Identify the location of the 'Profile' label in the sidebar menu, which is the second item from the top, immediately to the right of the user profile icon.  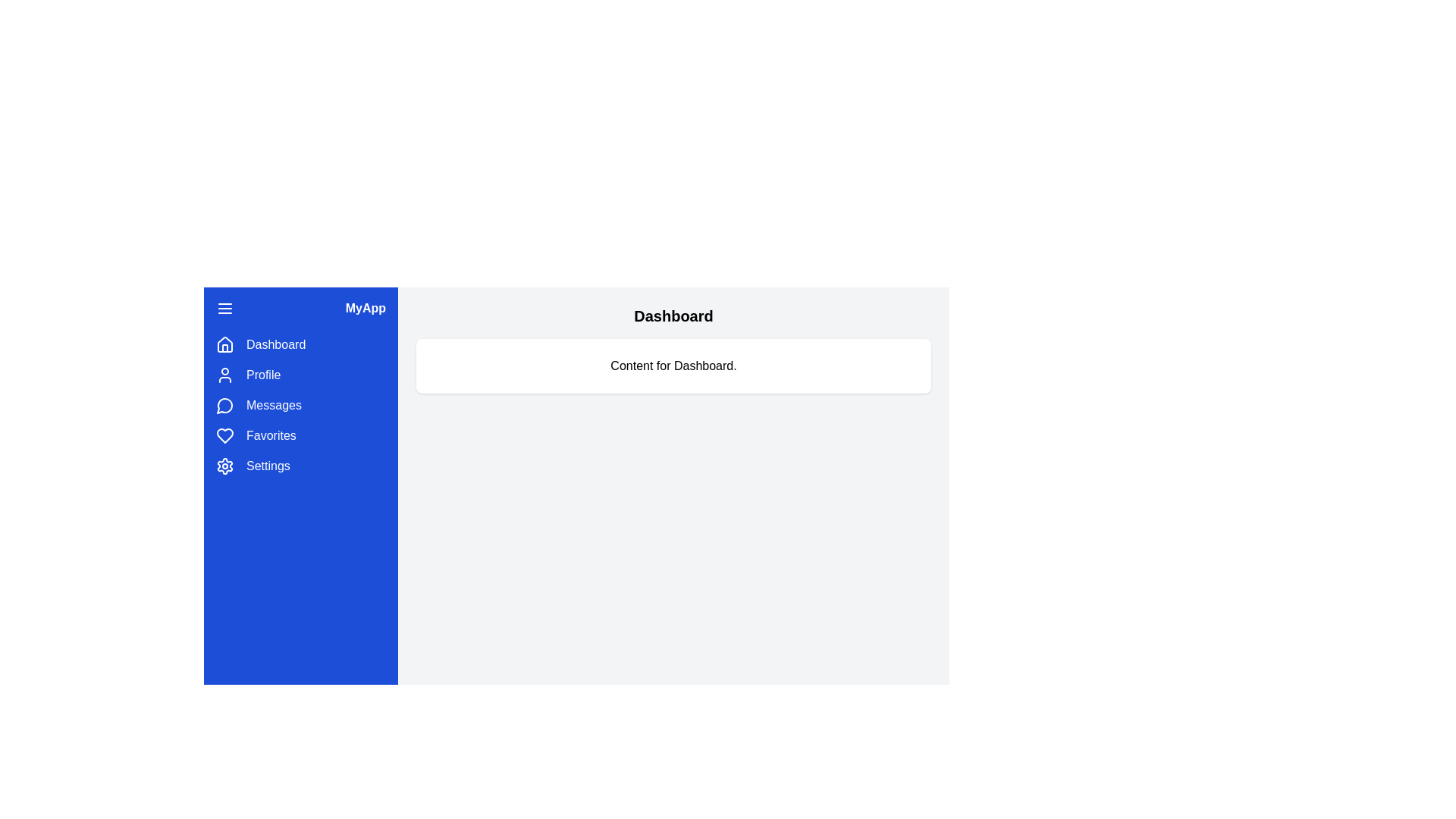
(263, 375).